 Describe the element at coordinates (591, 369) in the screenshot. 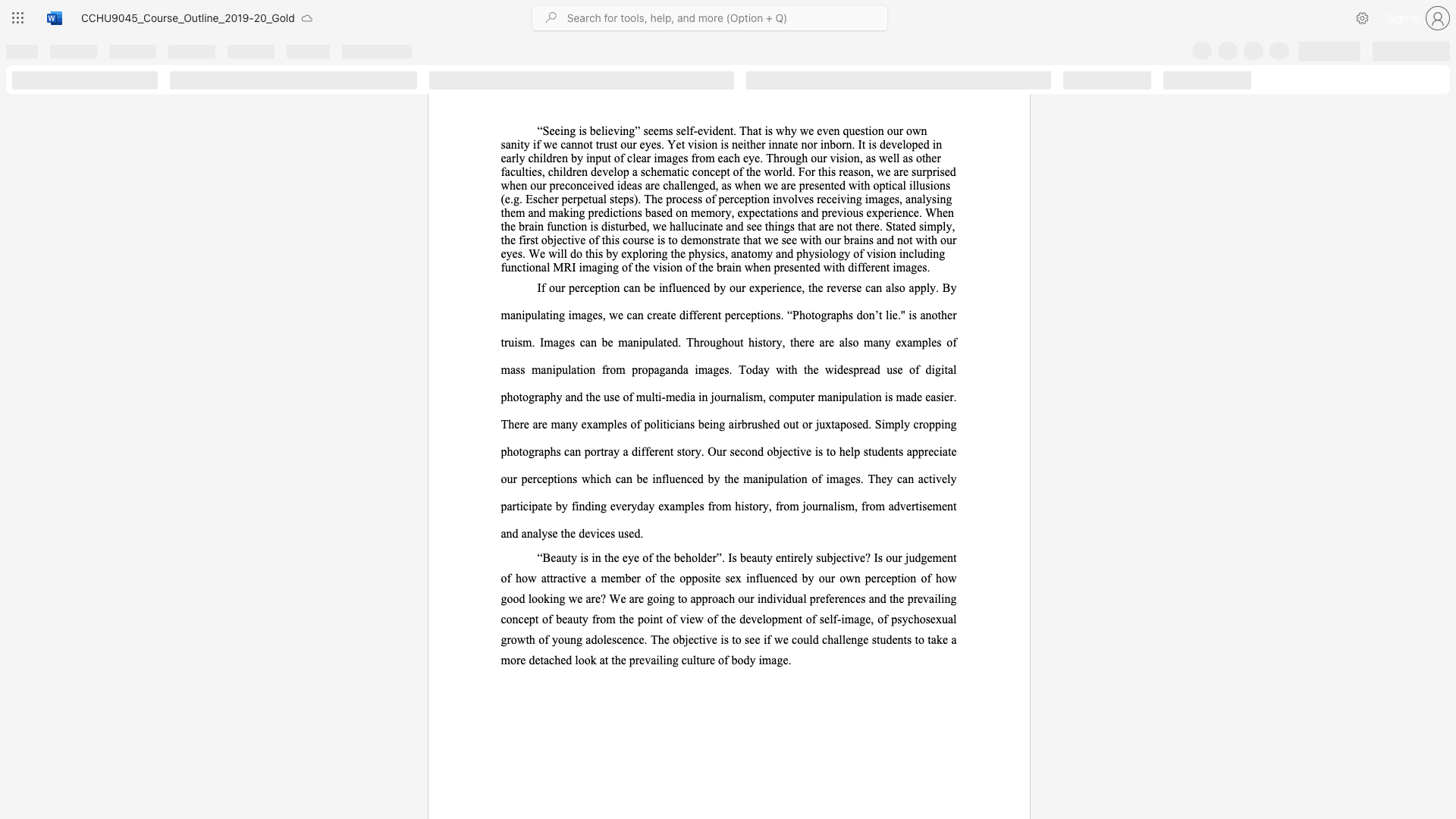

I see `the 18th character "n" in the text` at that location.